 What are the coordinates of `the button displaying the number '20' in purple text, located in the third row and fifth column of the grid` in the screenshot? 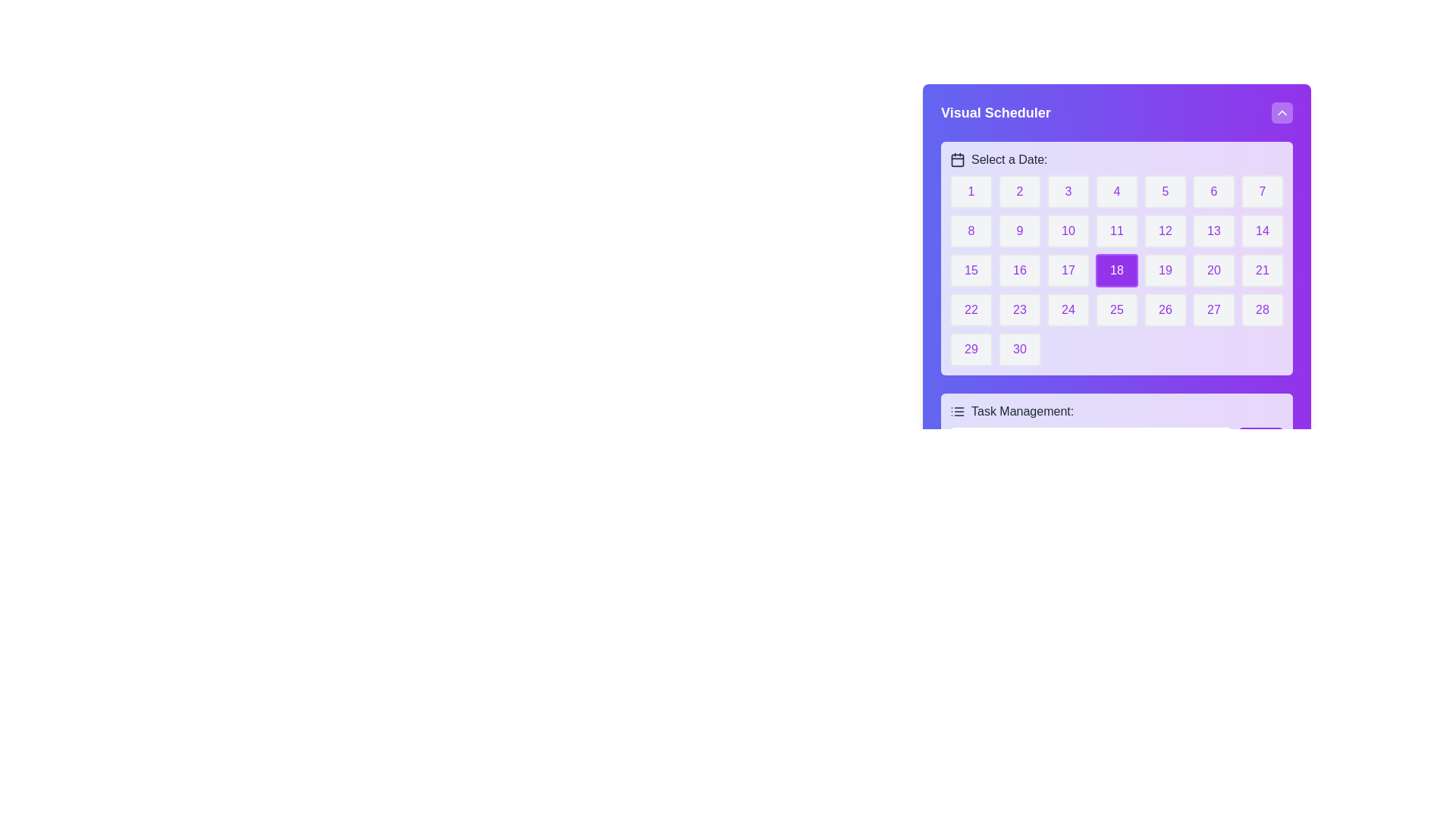 It's located at (1214, 270).